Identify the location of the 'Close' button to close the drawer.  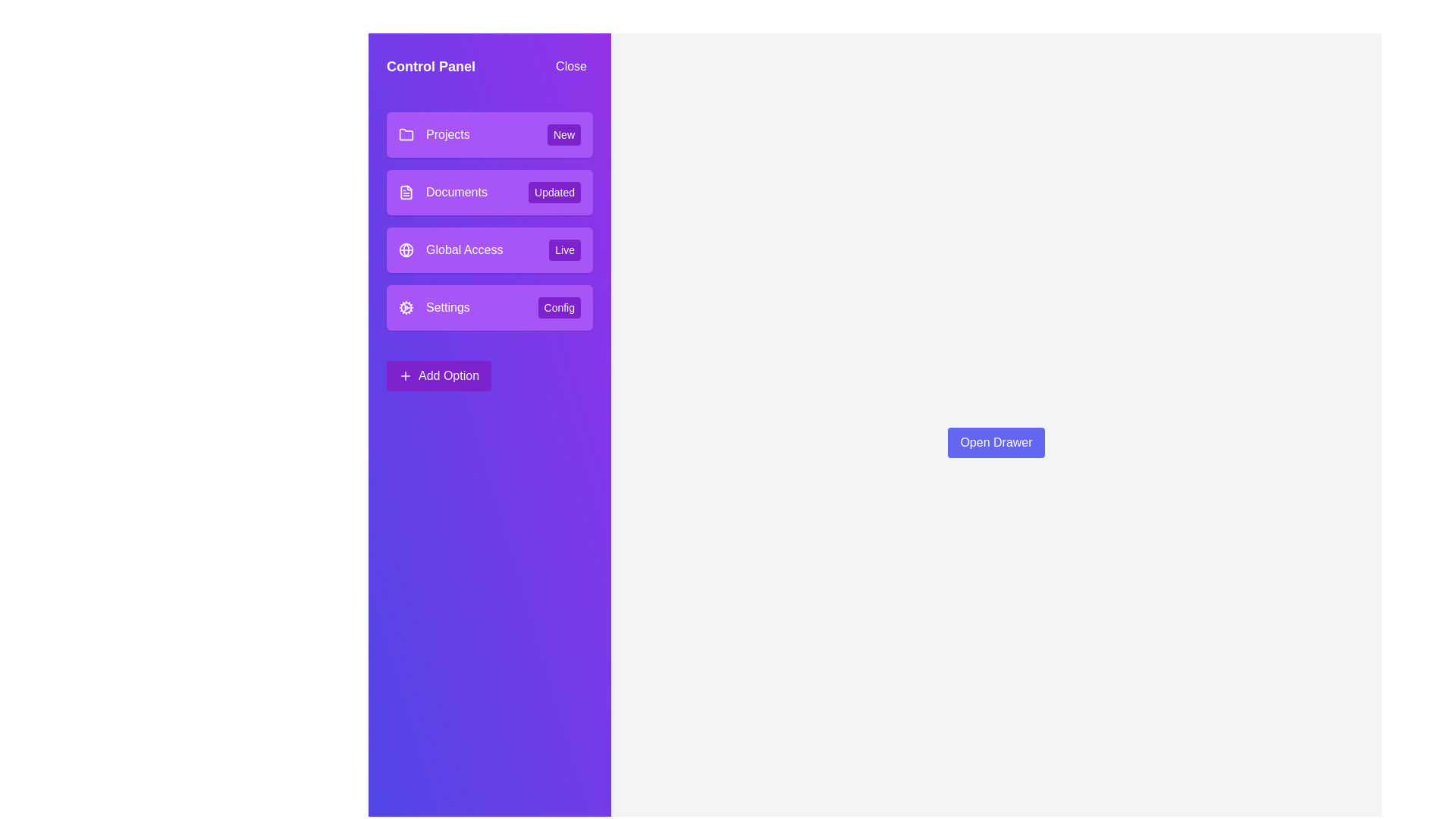
(570, 66).